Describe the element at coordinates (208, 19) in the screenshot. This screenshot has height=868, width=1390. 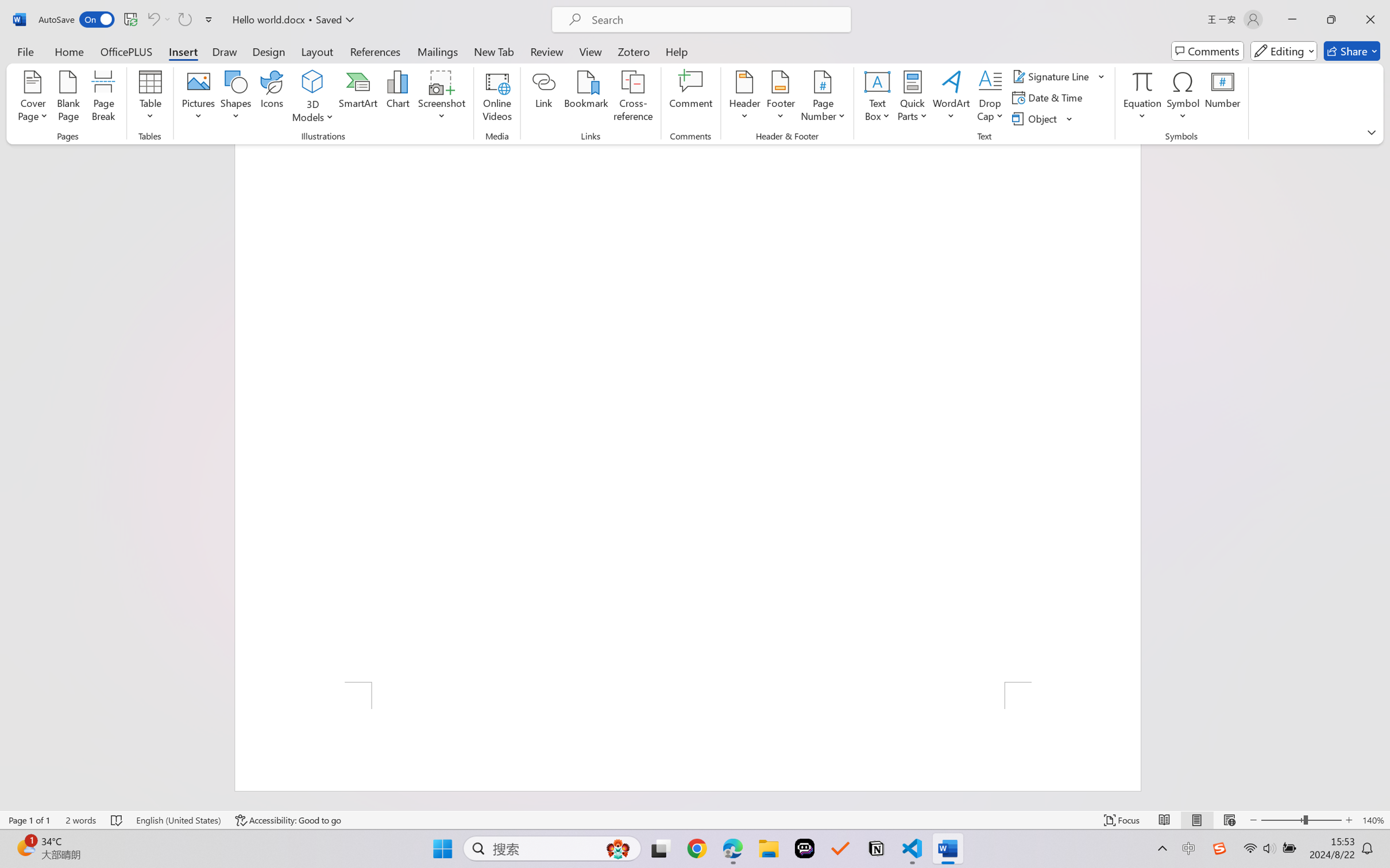
I see `'Customize Quick Access Toolbar'` at that location.